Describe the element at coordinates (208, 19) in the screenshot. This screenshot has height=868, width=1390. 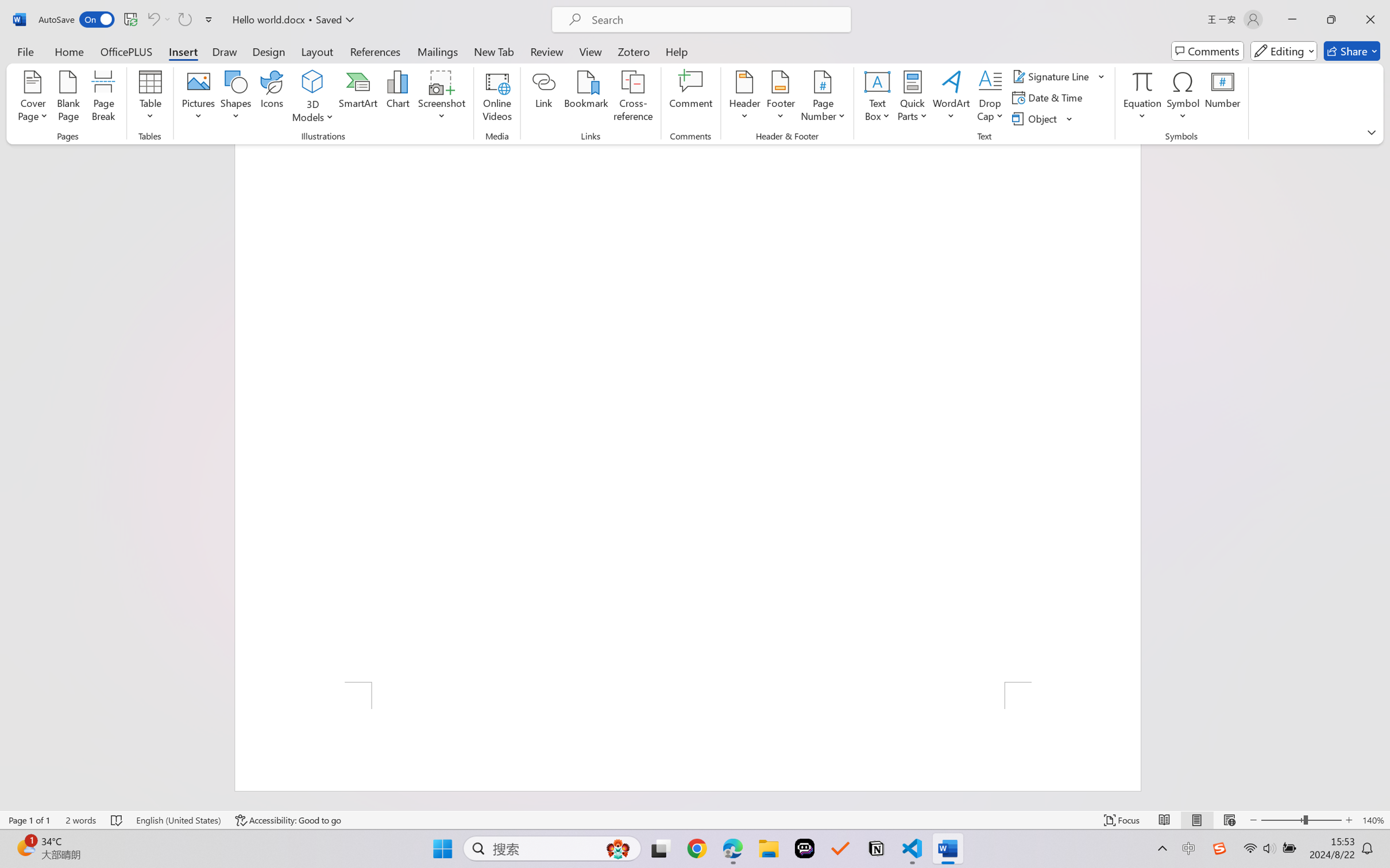
I see `'Customize Quick Access Toolbar'` at that location.